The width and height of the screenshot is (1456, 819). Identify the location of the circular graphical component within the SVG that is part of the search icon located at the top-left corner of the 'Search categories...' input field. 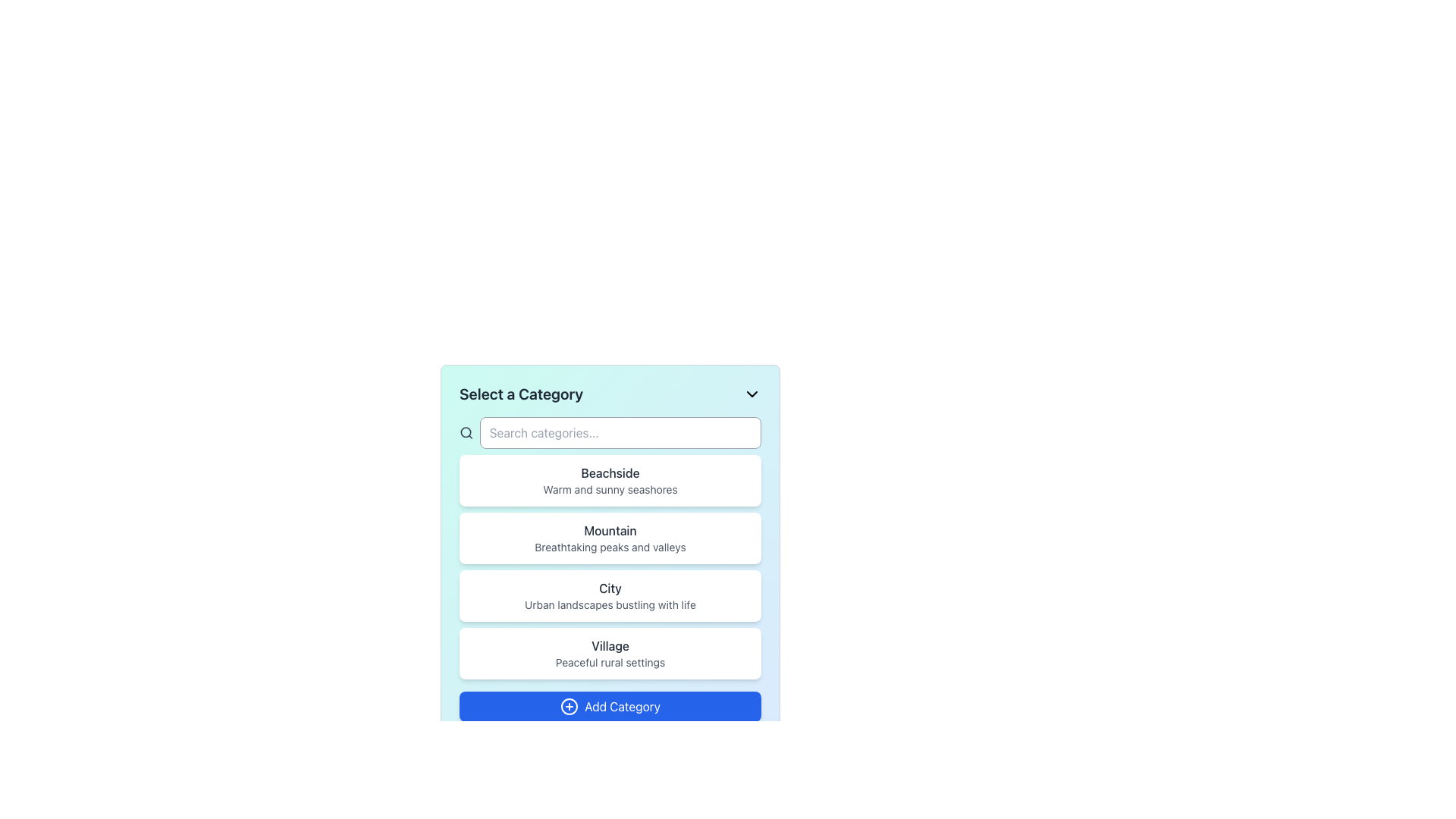
(465, 432).